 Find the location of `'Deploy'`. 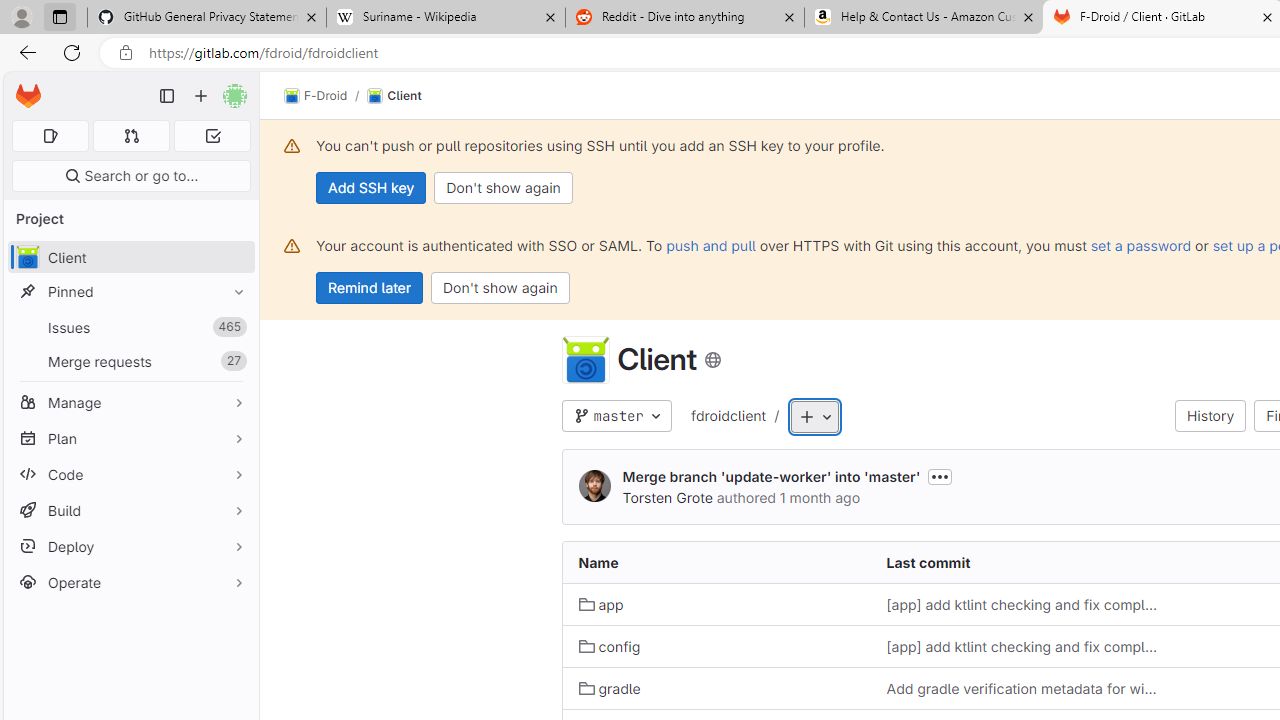

'Deploy' is located at coordinates (130, 546).